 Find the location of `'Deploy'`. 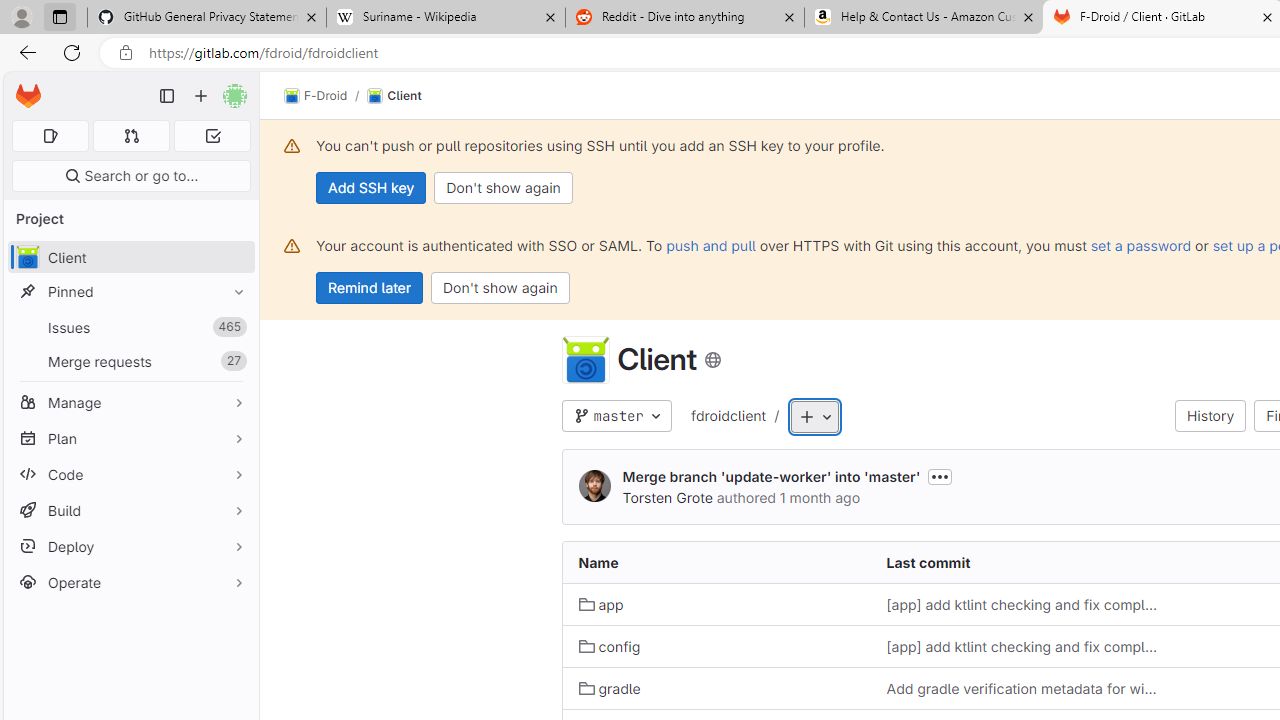

'Deploy' is located at coordinates (130, 546).